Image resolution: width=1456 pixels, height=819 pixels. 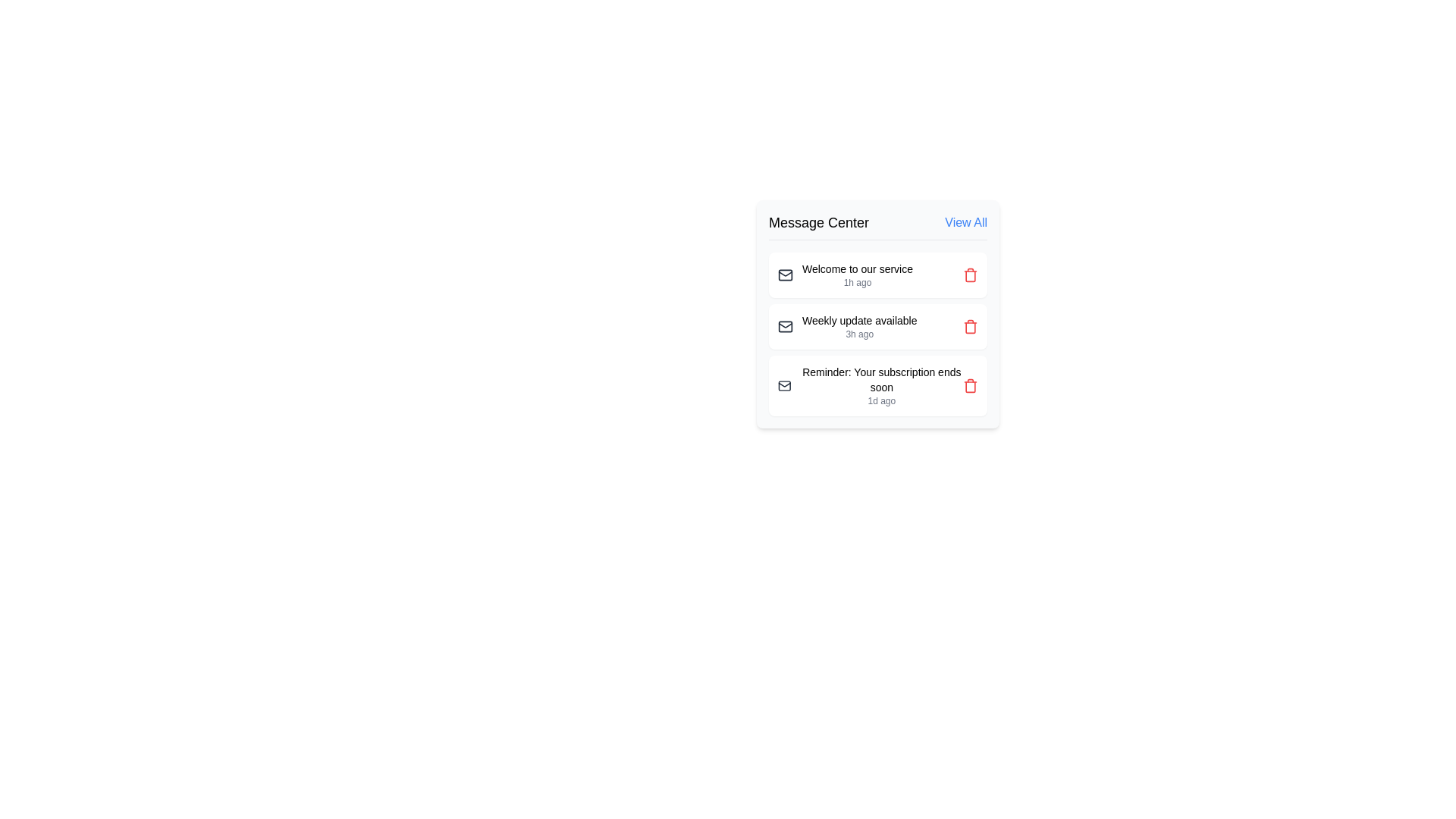 I want to click on the notification item with the bold text 'Reminder: Your subscription ends soon' in the 'Message Center' panel, so click(x=877, y=385).